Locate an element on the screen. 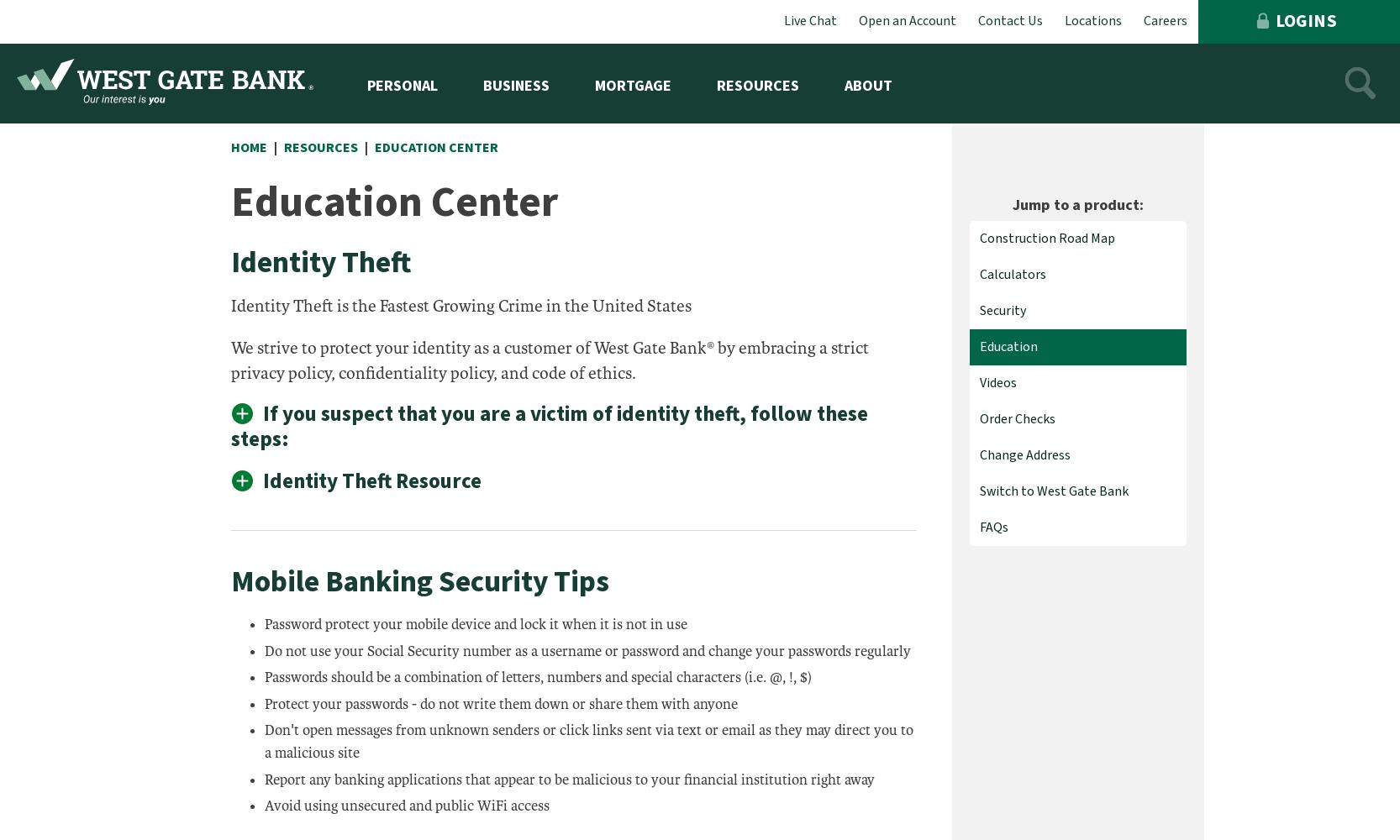 This screenshot has width=1400, height=840. 'Identity Theft Resource' is located at coordinates (370, 480).